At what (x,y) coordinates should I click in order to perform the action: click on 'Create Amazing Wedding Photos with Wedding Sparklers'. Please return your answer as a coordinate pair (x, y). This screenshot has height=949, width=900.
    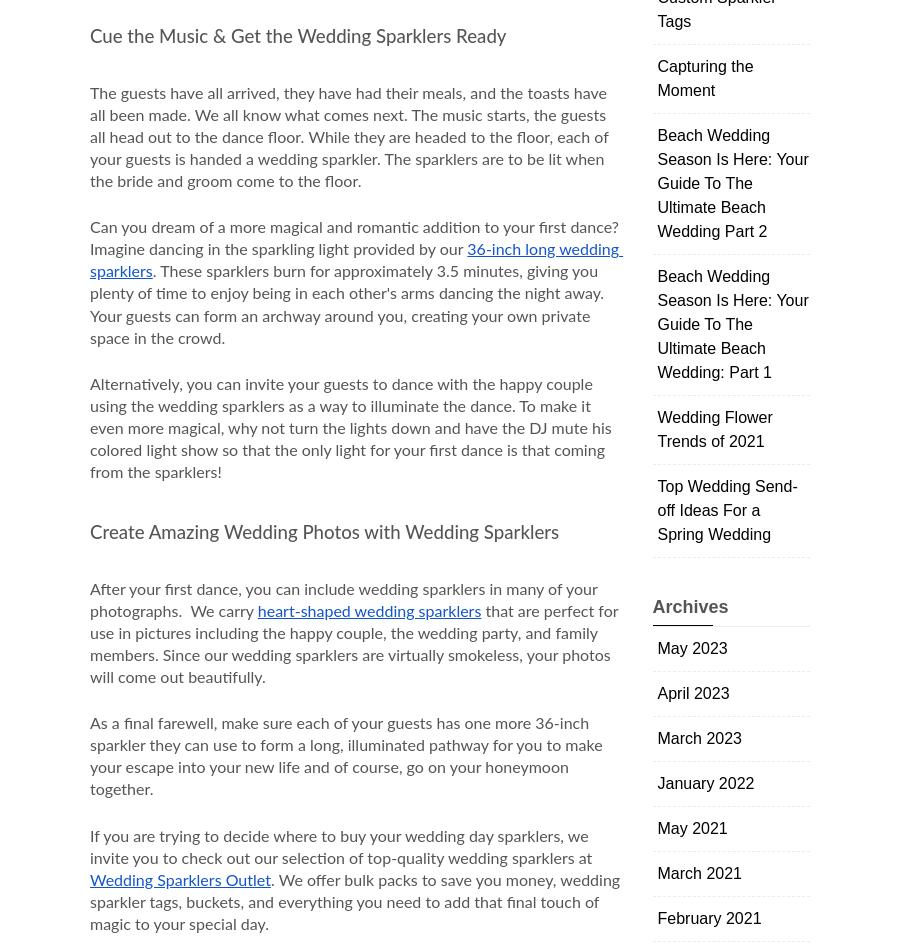
    Looking at the image, I should click on (89, 532).